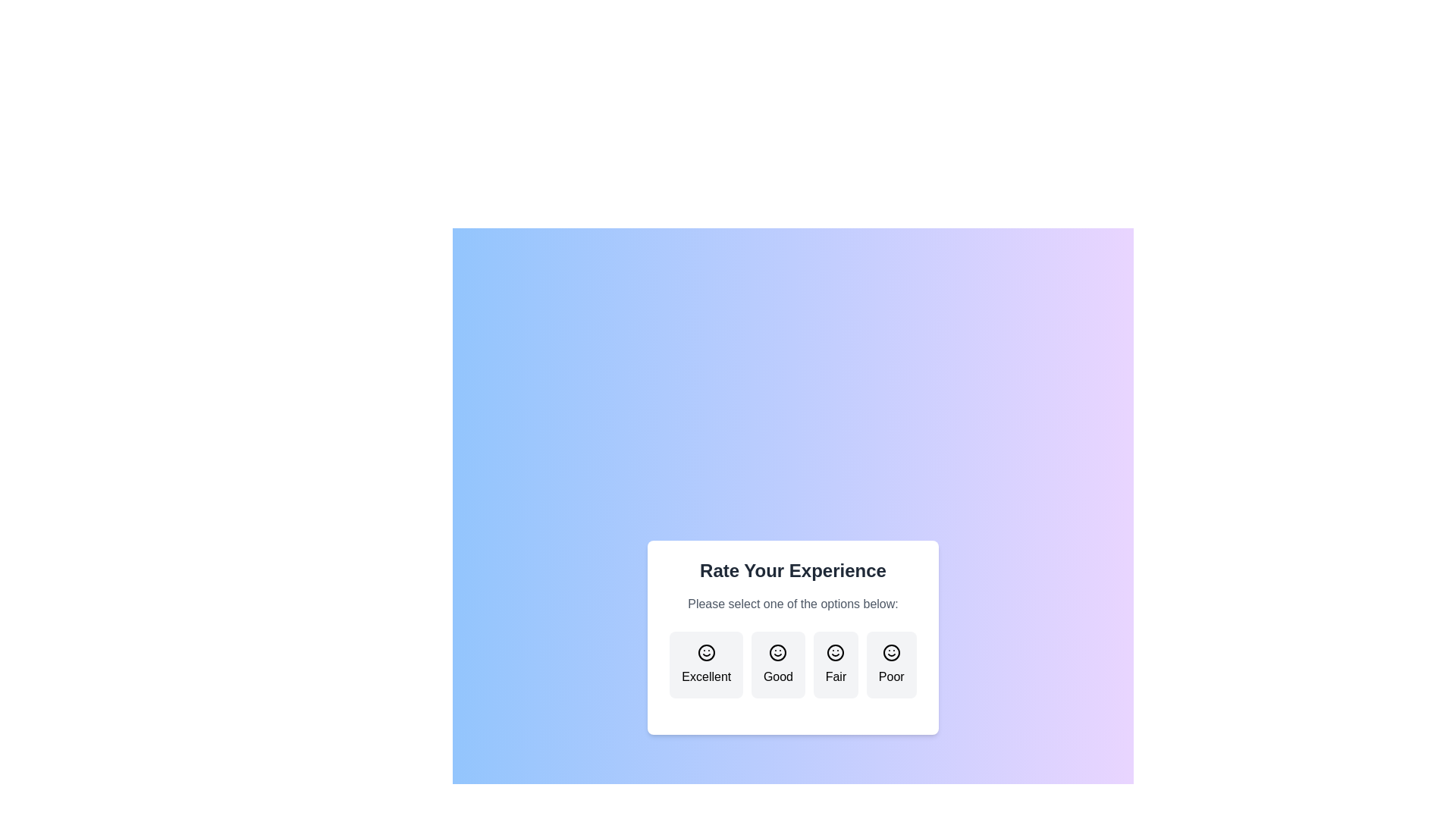 Image resolution: width=1456 pixels, height=819 pixels. Describe the element at coordinates (705, 651) in the screenshot. I see `the smiley face icon located in the first rating box labeled 'Excellent', which is part of a set of four horizontally aligned rating options in the dialog box` at that location.